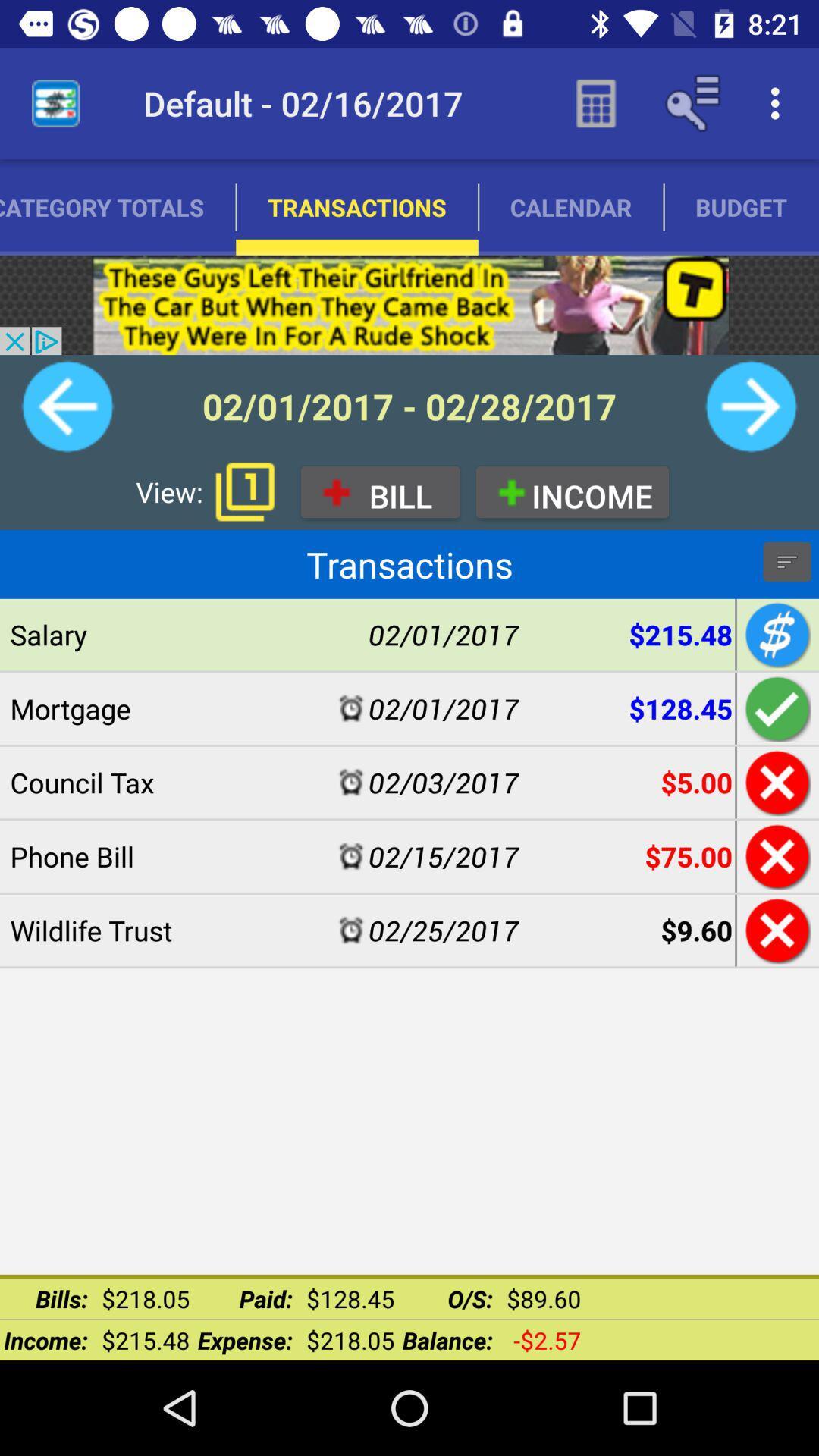 The width and height of the screenshot is (819, 1456). What do you see at coordinates (775, 856) in the screenshot?
I see `remove transaction` at bounding box center [775, 856].